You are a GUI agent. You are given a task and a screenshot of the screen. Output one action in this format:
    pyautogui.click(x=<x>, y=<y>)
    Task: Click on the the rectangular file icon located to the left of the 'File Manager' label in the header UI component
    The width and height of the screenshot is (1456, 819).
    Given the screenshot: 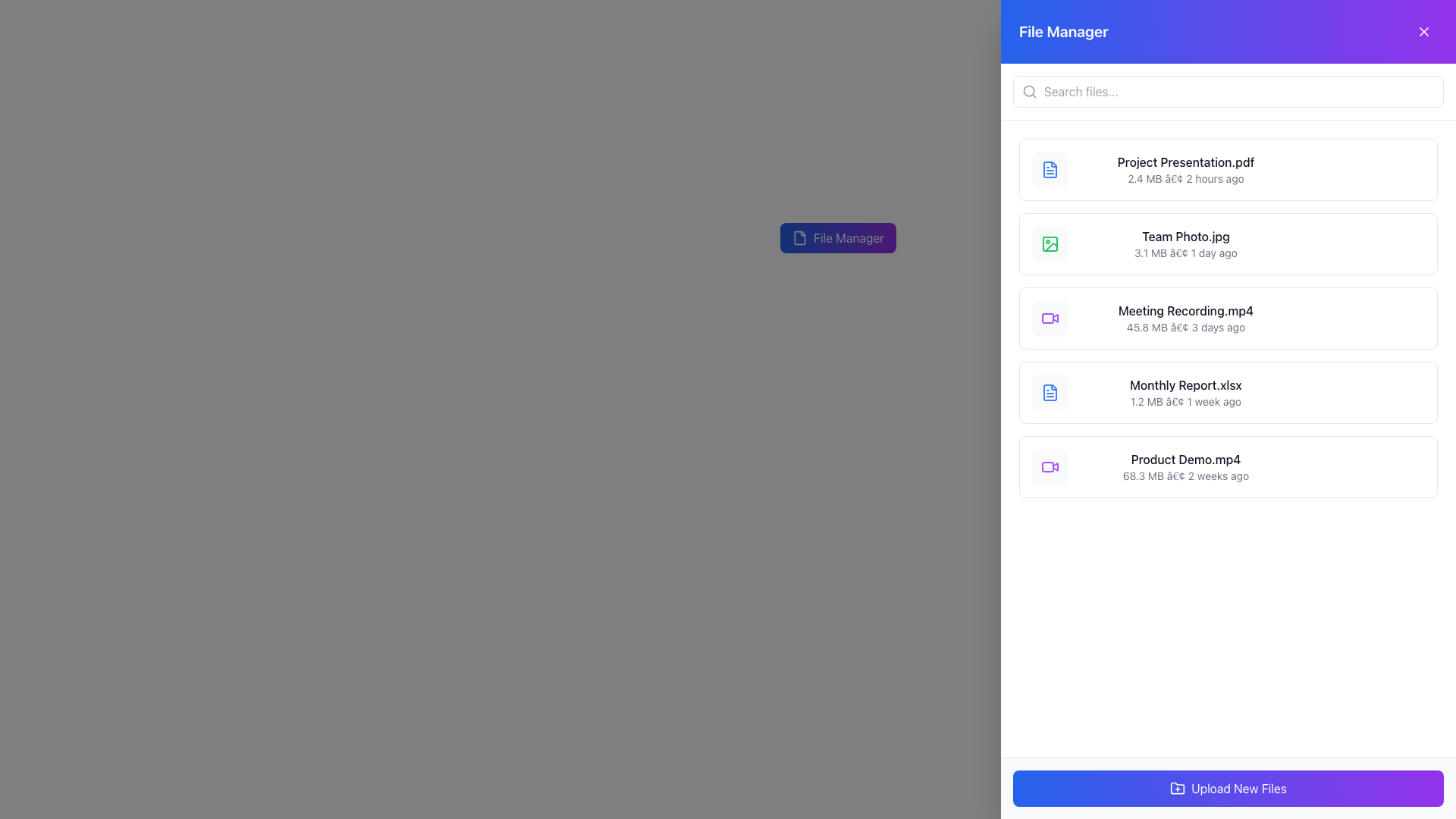 What is the action you would take?
    pyautogui.click(x=799, y=237)
    